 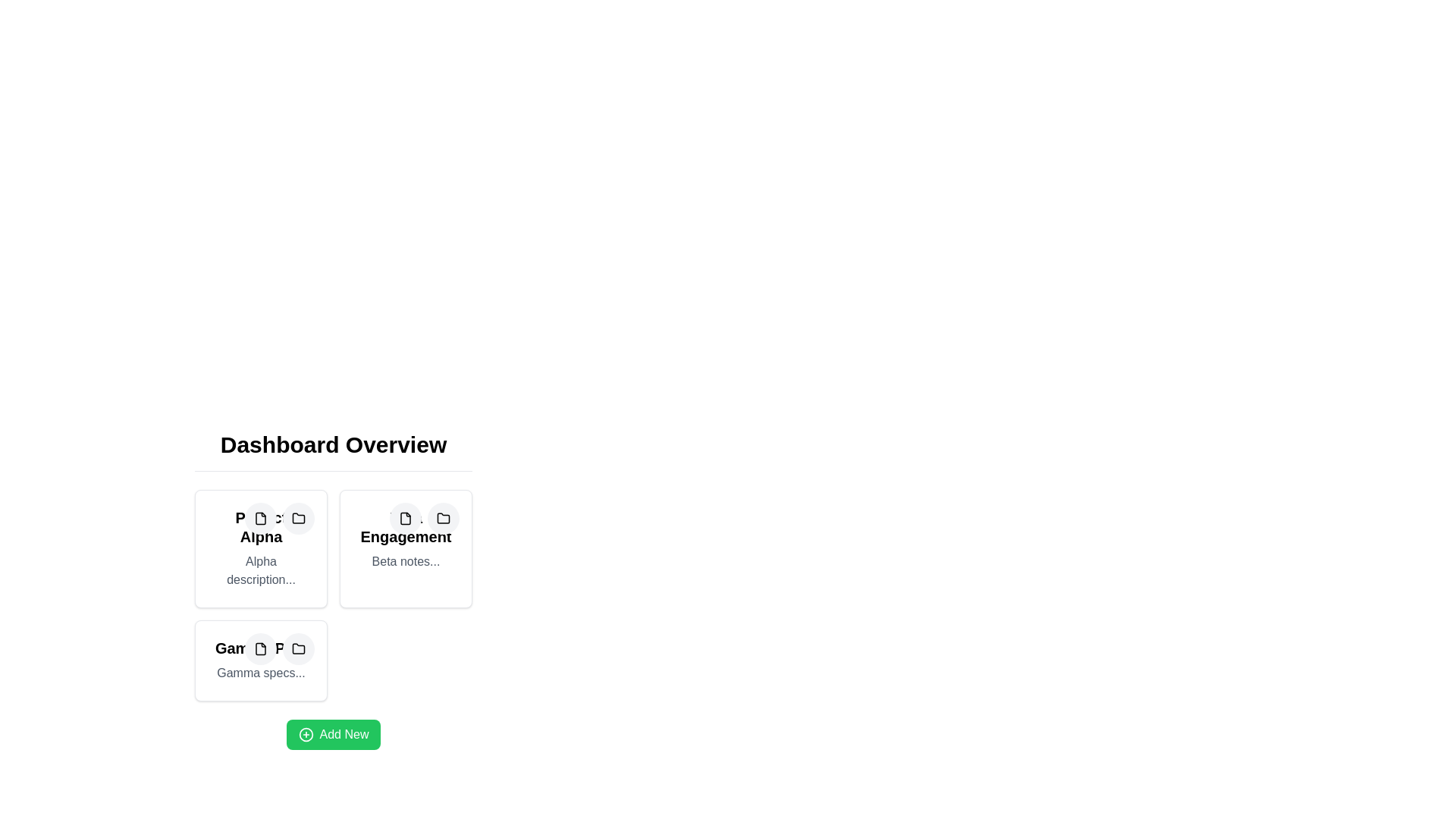 What do you see at coordinates (406, 526) in the screenshot?
I see `the text label 'Beta Engagement' which is prominently displayed in a bold font on a white background within the second card of a 2x2 grid layout, located under the 'Dashboard Overview' heading` at bounding box center [406, 526].